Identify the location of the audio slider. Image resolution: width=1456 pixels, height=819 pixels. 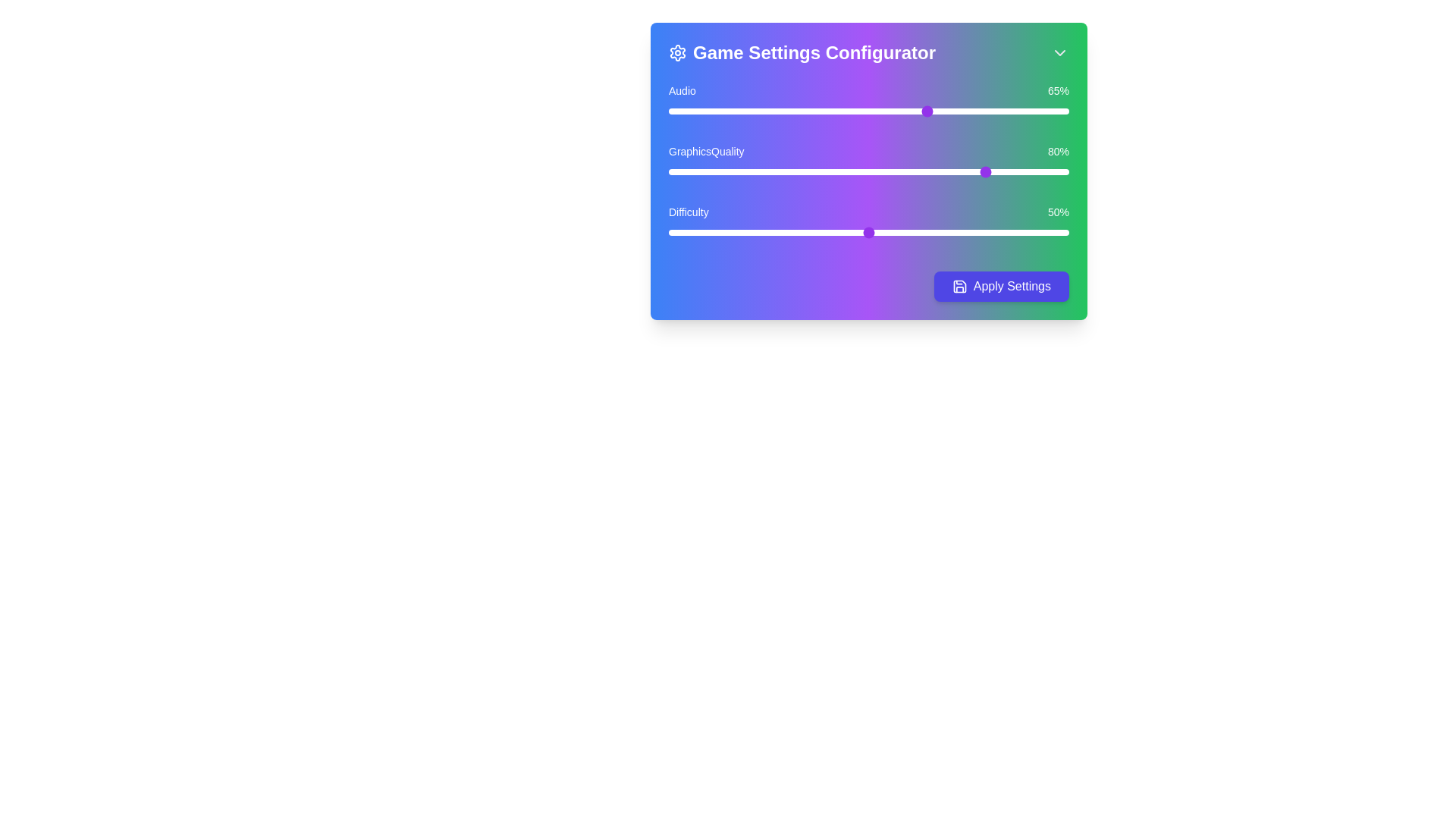
(1048, 110).